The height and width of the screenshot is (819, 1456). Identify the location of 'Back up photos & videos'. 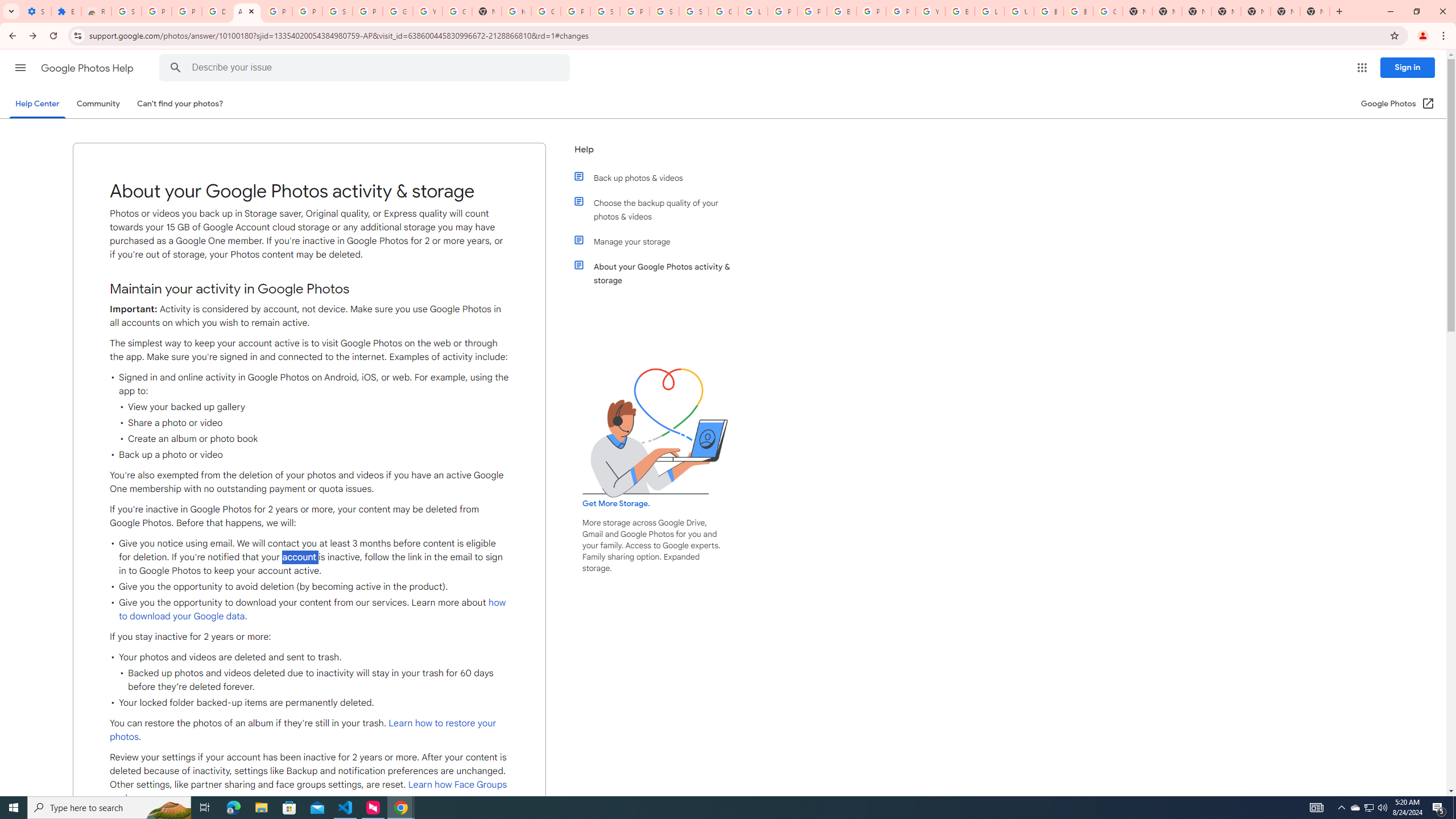
(661, 178).